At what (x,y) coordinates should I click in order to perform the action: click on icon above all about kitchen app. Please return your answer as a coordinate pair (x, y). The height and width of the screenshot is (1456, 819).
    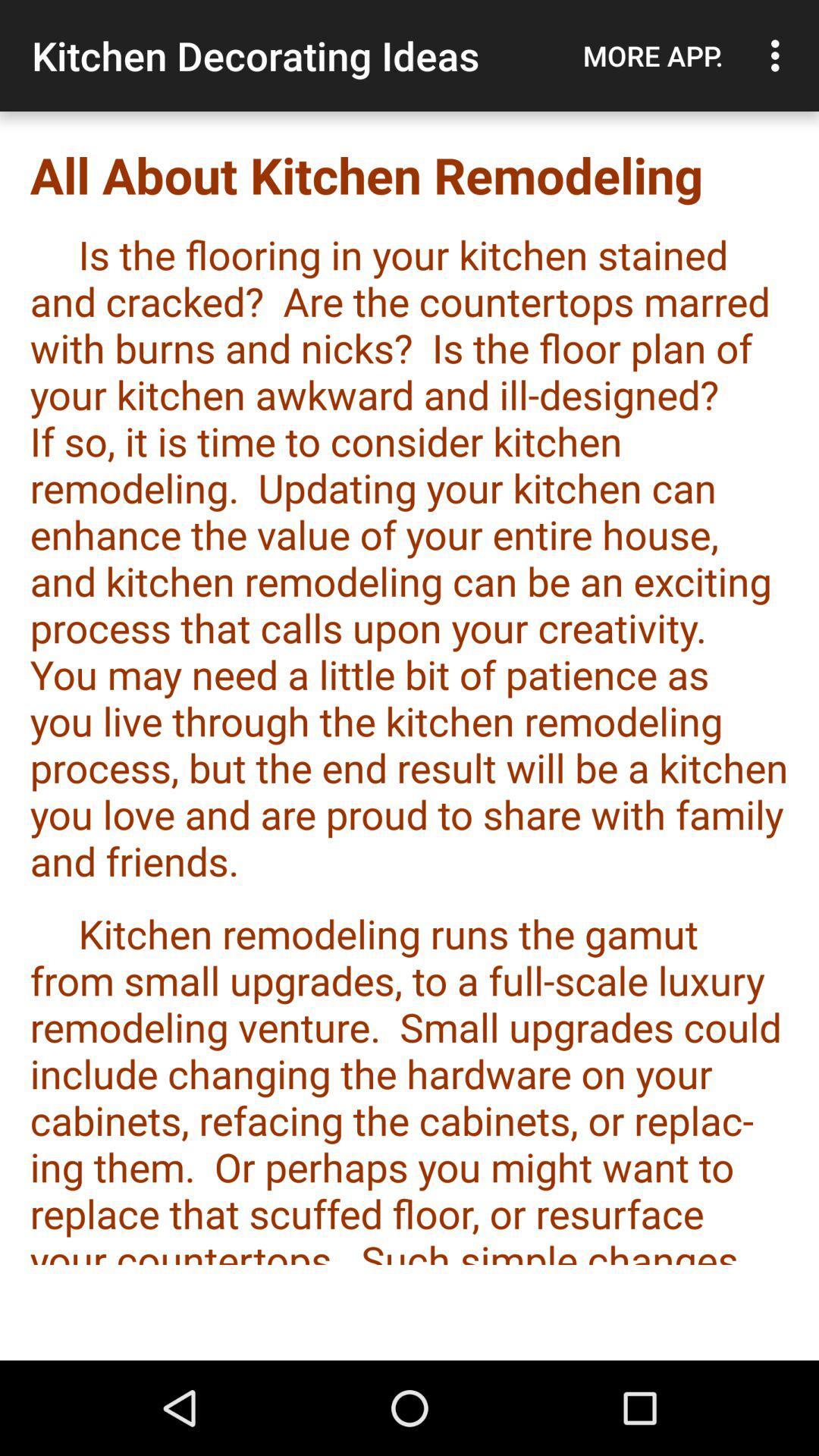
    Looking at the image, I should click on (652, 55).